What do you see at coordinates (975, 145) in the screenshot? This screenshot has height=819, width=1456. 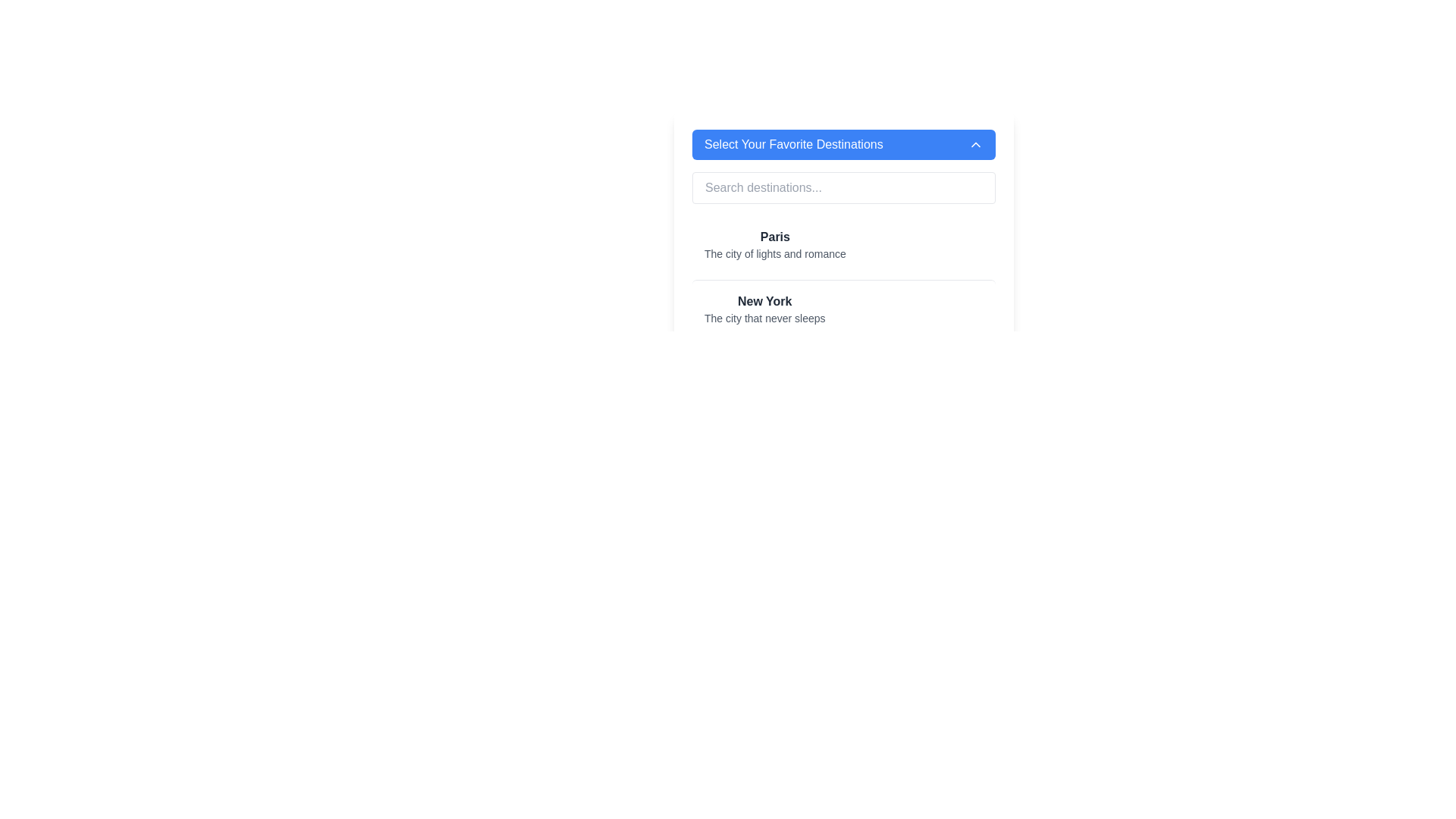 I see `the small upward-facing chevron icon located on the far right side of the blue header bar titled 'Select Your Favorite Destinations'` at bounding box center [975, 145].